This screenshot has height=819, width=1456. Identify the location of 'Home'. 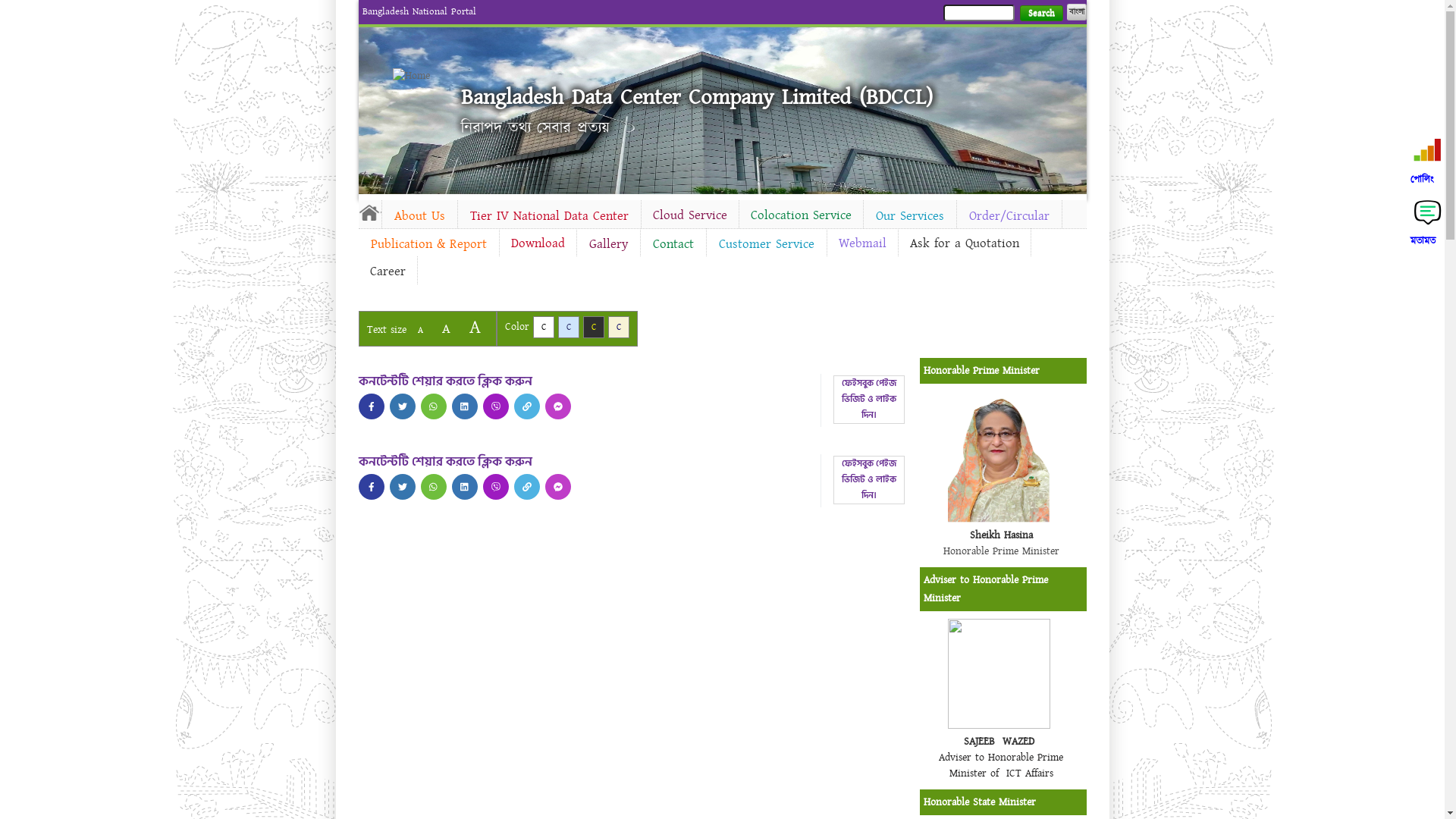
(393, 76).